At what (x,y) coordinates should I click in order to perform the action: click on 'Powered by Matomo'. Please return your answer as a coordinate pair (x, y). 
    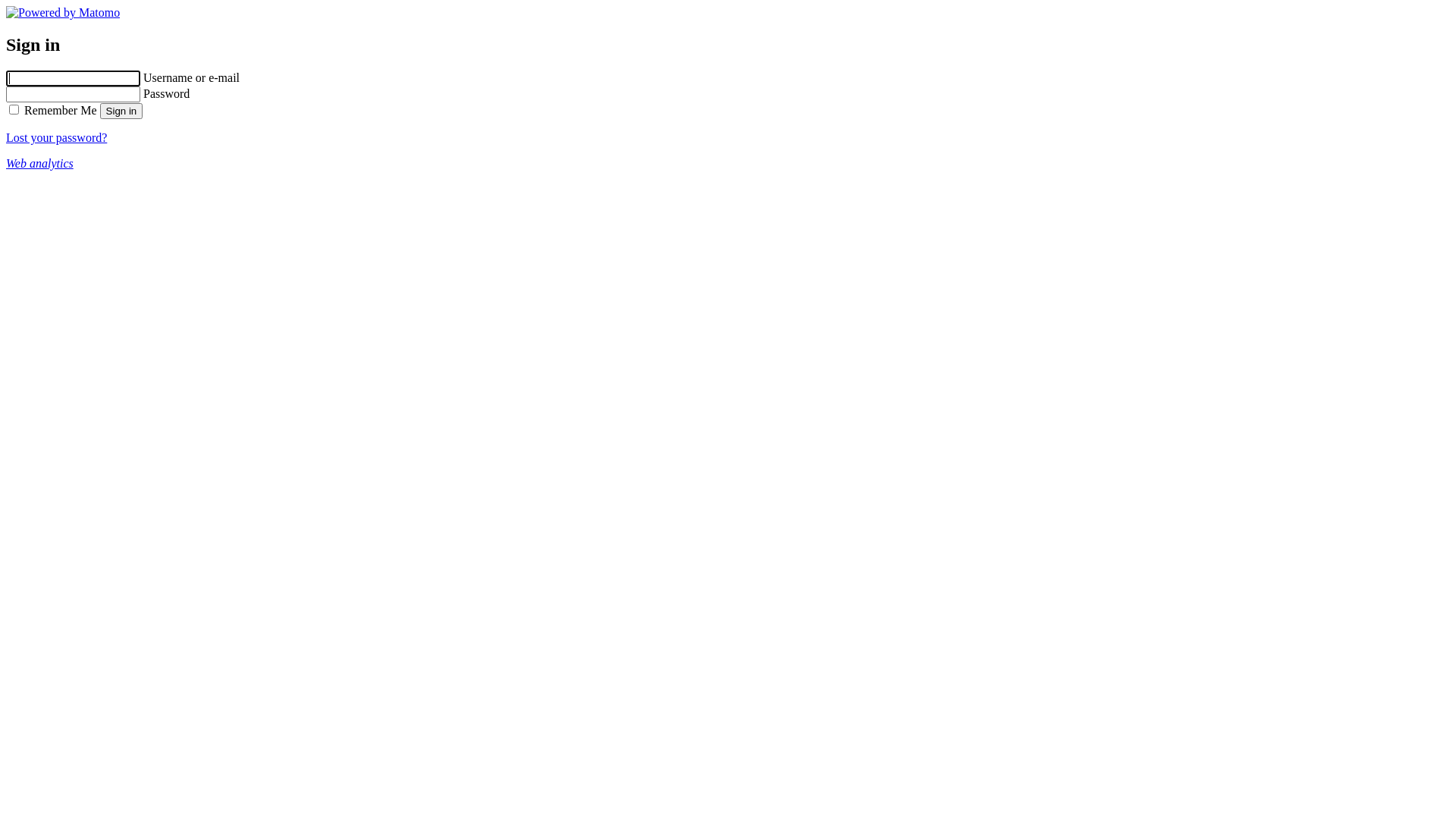
    Looking at the image, I should click on (61, 12).